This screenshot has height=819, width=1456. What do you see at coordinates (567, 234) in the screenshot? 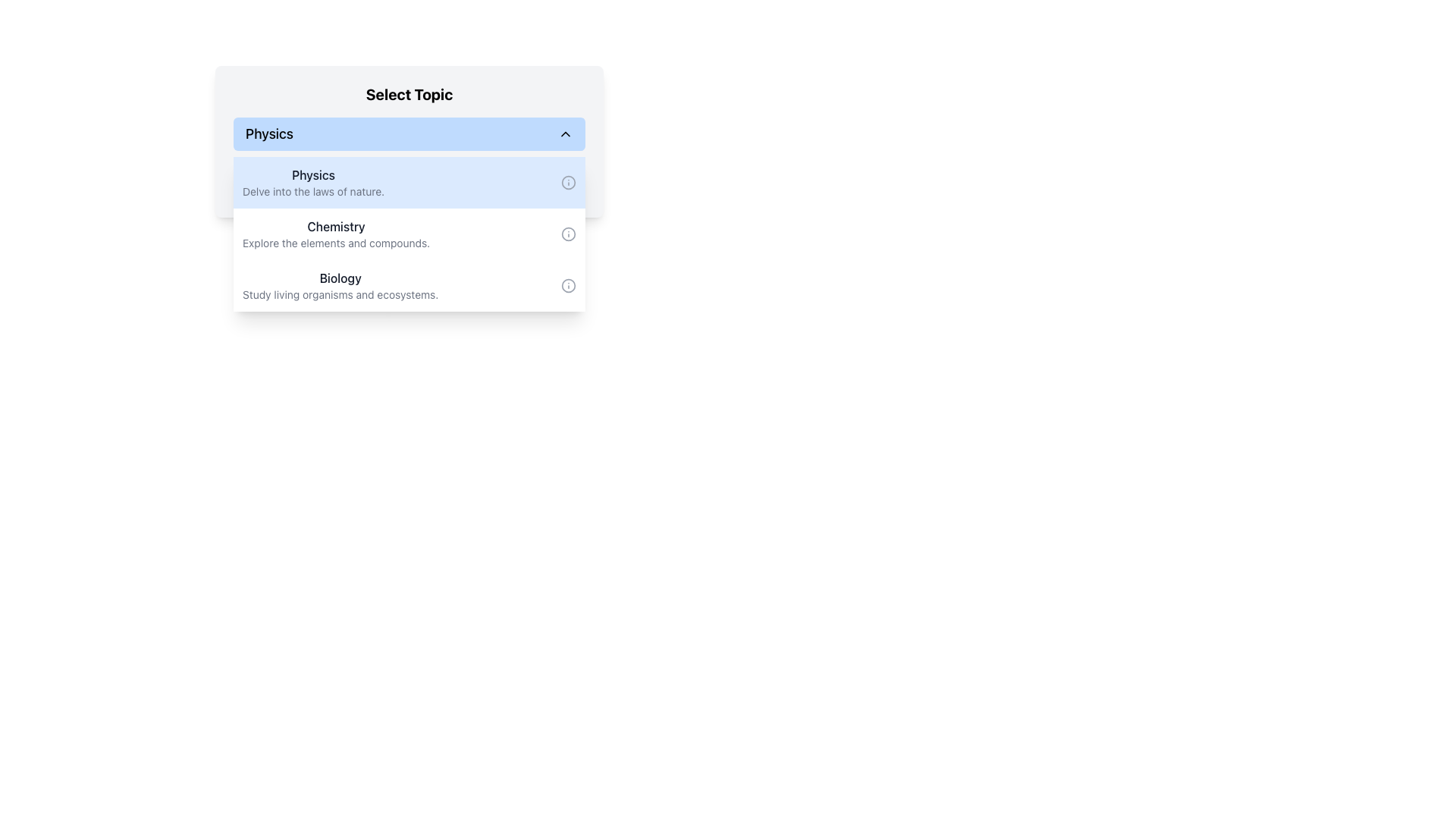
I see `the informational help icon located on the right-hand side of the 'Explore the elements and compounds' text in the Chemistry topic row` at bounding box center [567, 234].